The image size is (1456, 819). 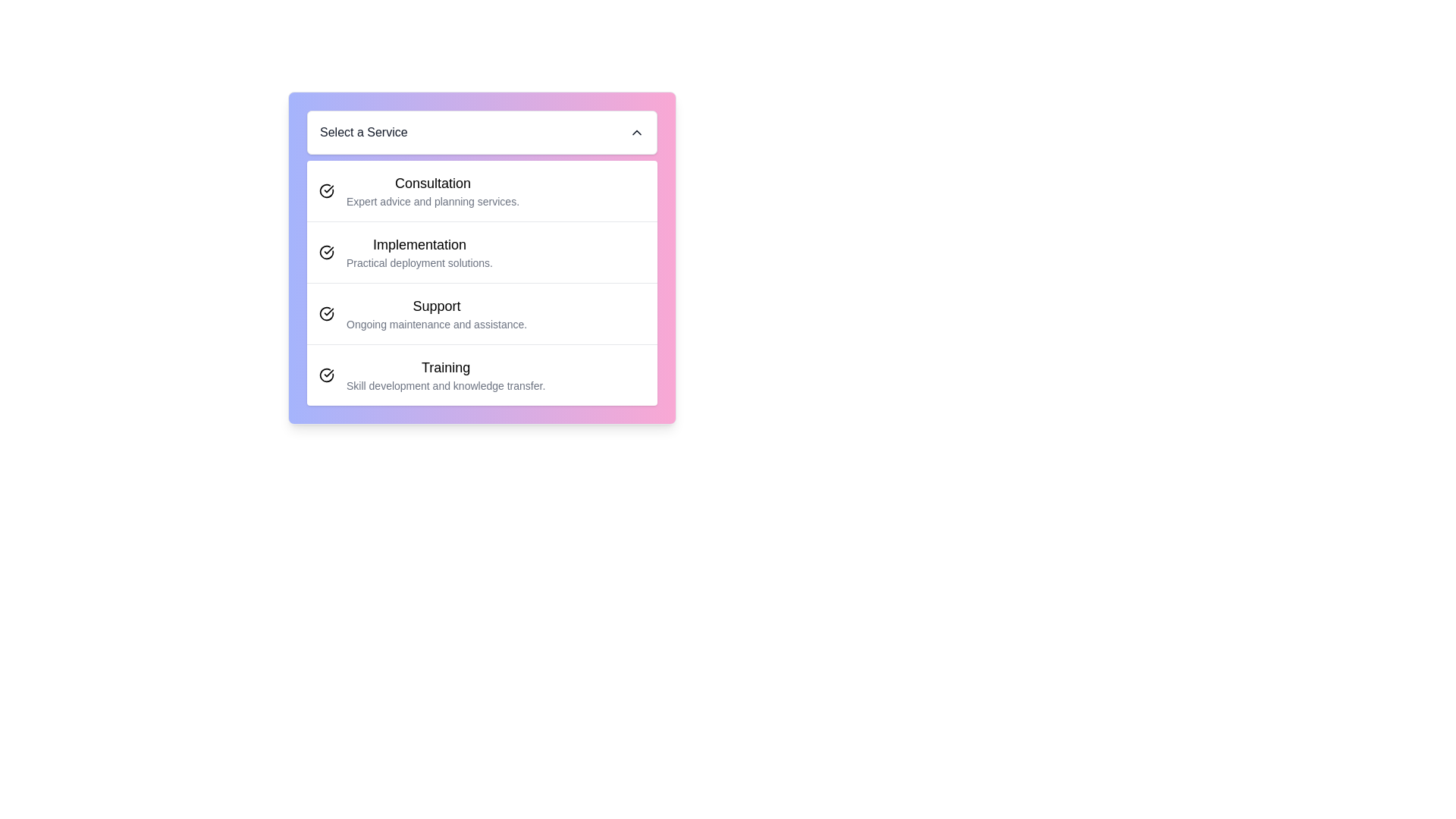 What do you see at coordinates (481, 312) in the screenshot?
I see `the third list item labeled 'Support' in the vertical selection menu titled 'Select a Service'` at bounding box center [481, 312].